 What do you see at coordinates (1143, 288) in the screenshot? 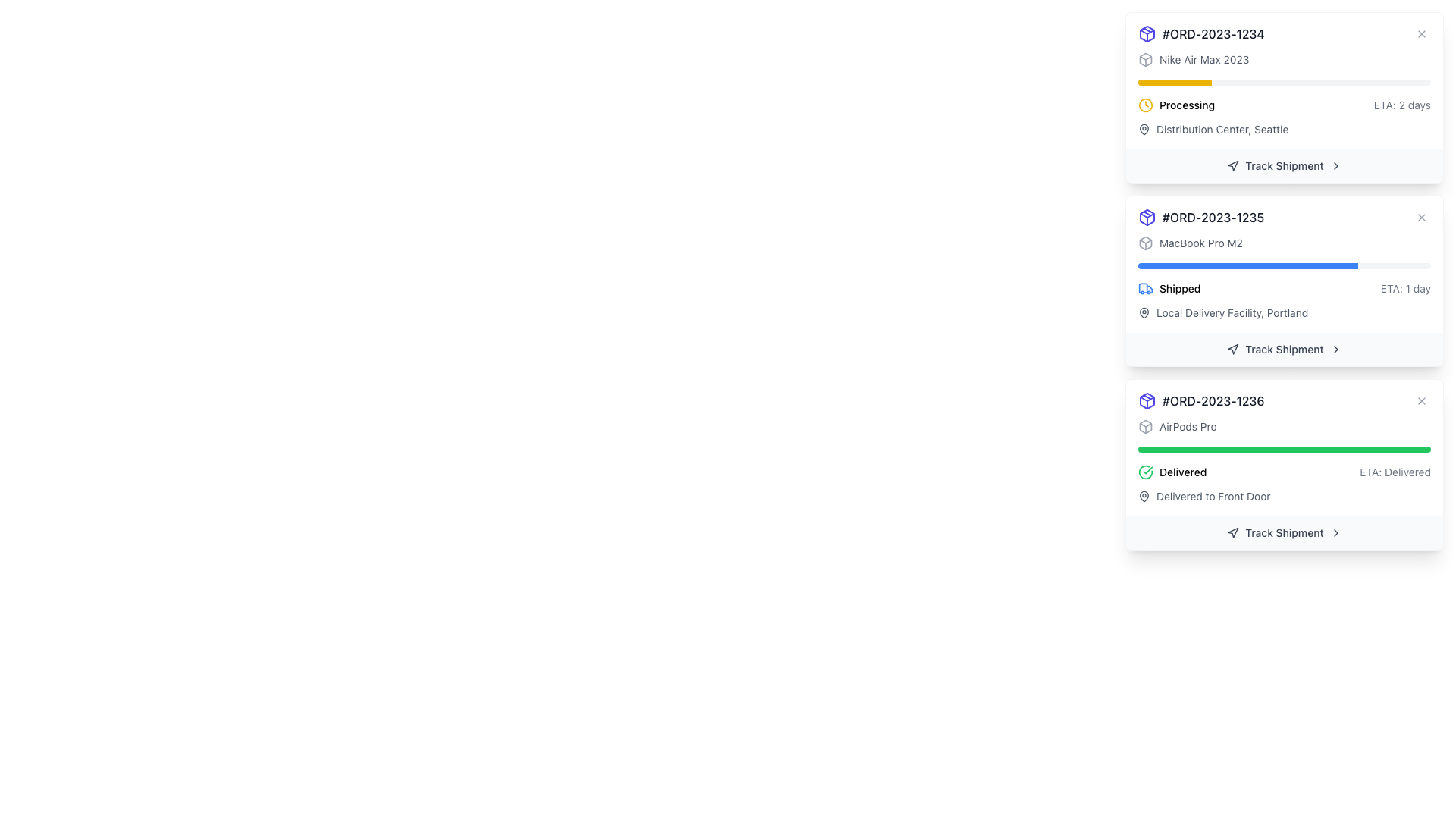
I see `the vertical rectangular segment representing the truck's cargo area, which is part of the truck icon located to the far left of the entry labeled '#ORD-2023-1235'` at bounding box center [1143, 288].